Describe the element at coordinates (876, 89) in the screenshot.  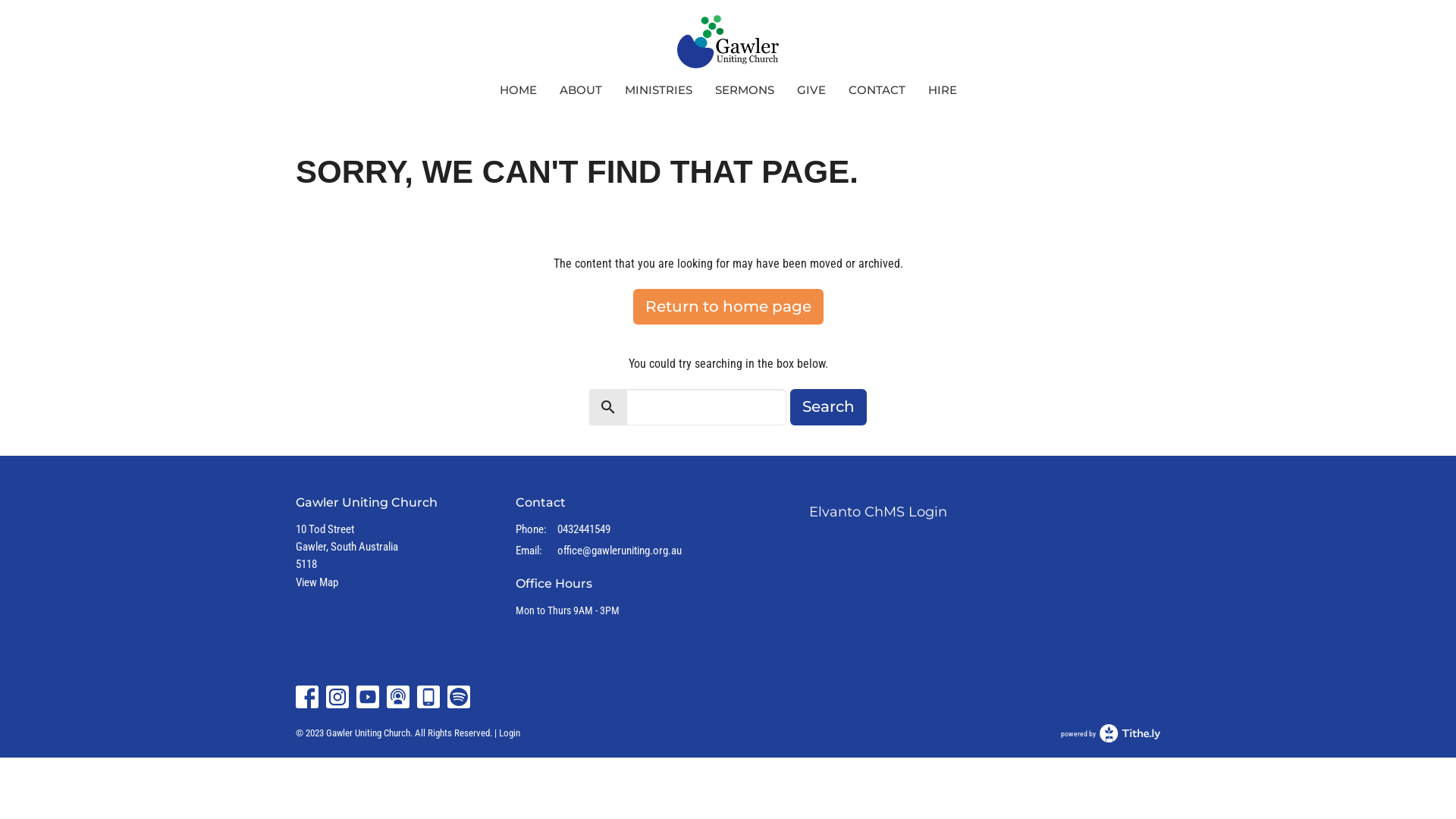
I see `'CONTACT'` at that location.